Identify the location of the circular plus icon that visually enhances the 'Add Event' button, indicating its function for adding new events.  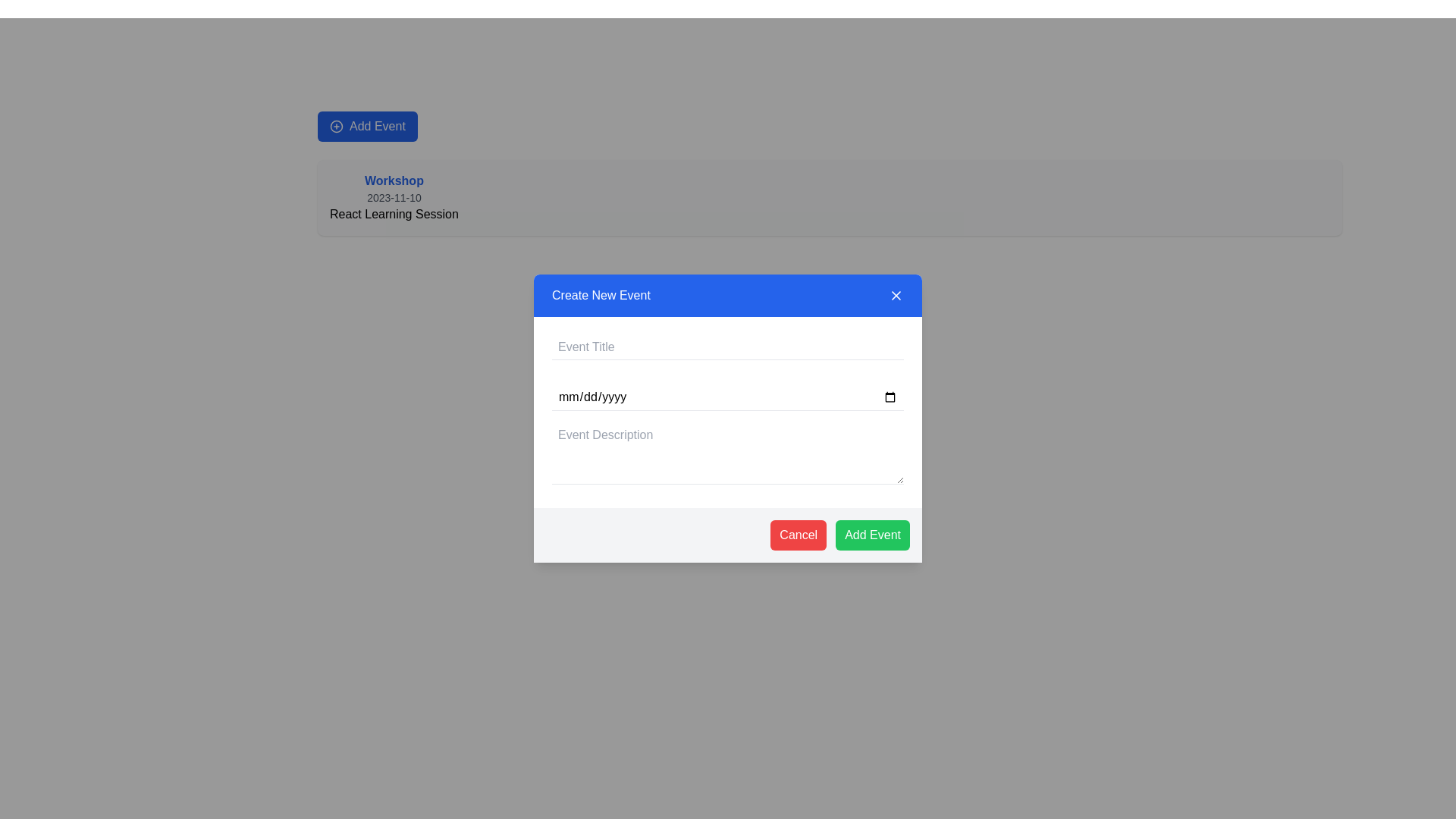
(336, 125).